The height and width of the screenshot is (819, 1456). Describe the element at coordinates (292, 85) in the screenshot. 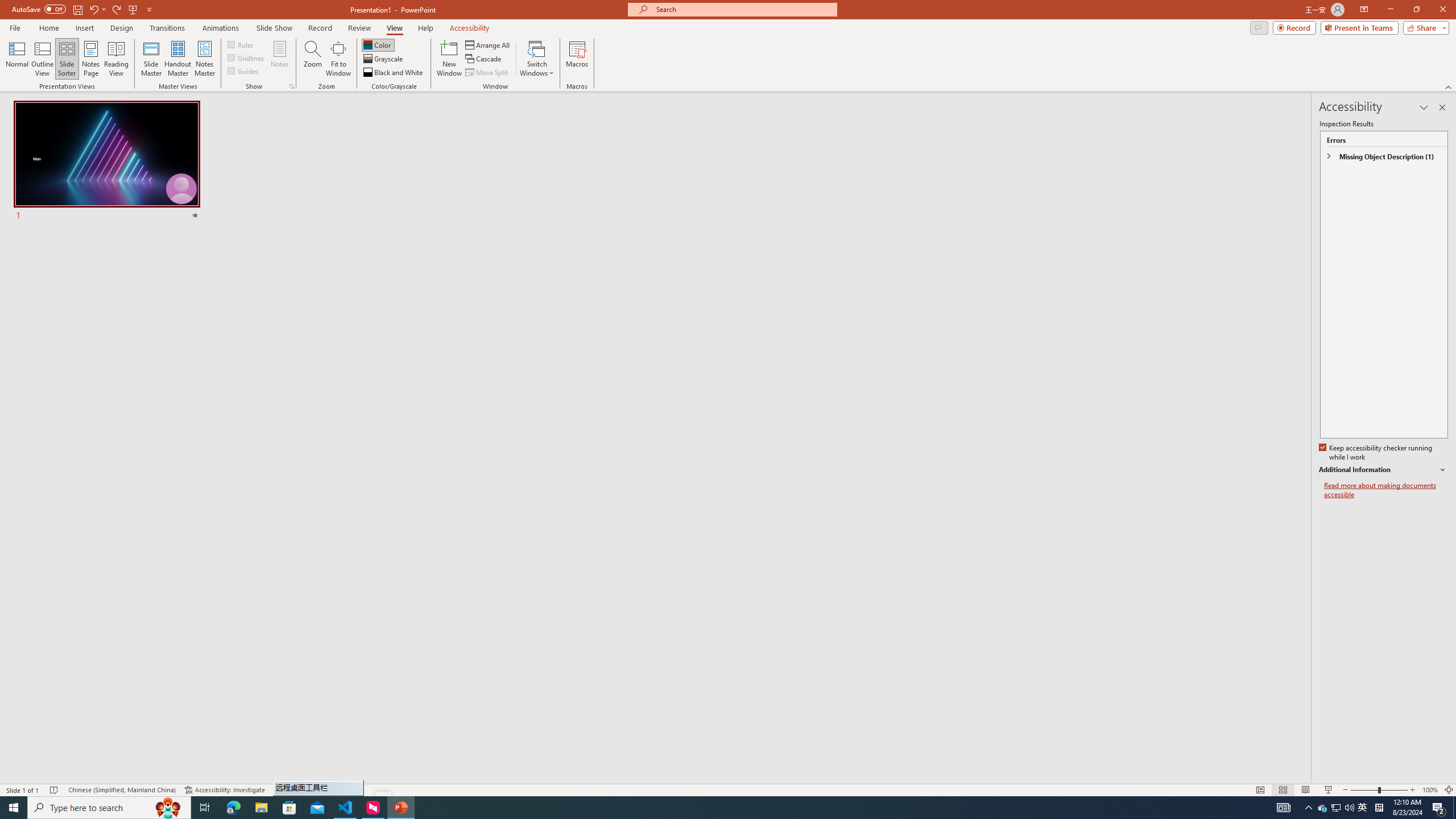

I see `'Grid Settings...'` at that location.